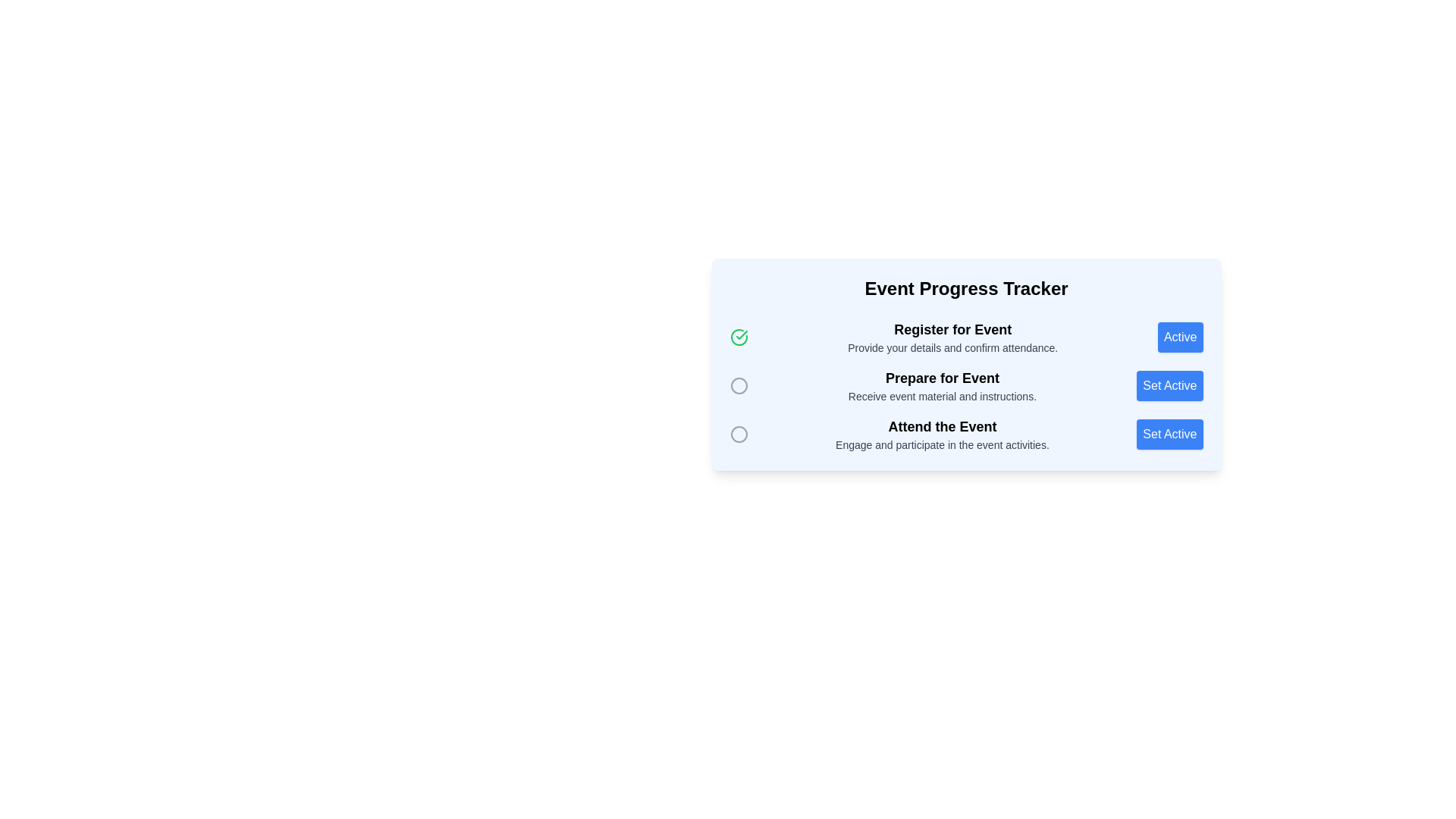 This screenshot has width=1456, height=819. Describe the element at coordinates (739, 385) in the screenshot. I see `the state of the gray circular icon located in the second row of the progress tracker, positioned left of the 'Prepare for Event' text` at that location.